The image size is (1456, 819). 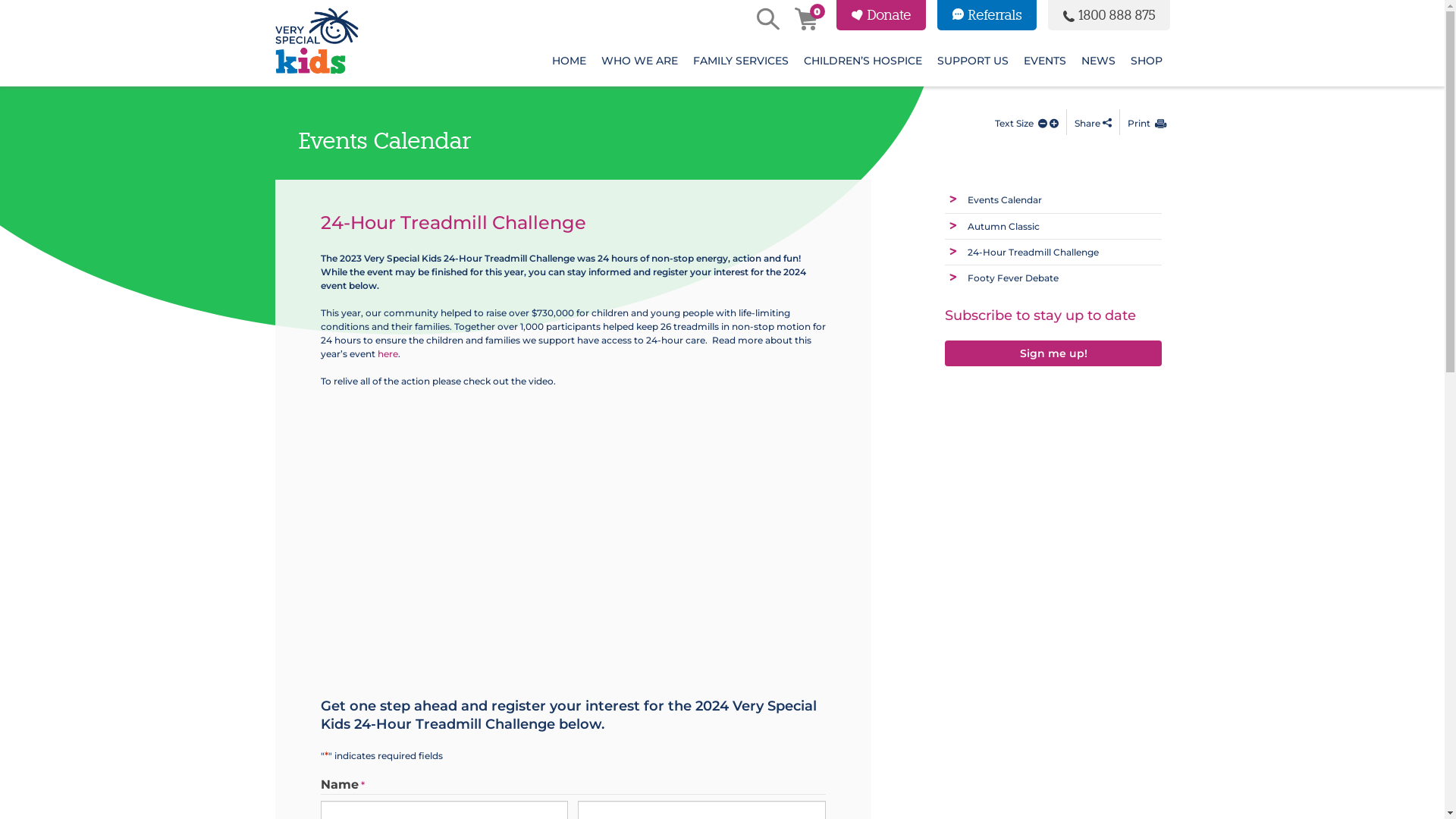 What do you see at coordinates (568, 60) in the screenshot?
I see `'HOME'` at bounding box center [568, 60].